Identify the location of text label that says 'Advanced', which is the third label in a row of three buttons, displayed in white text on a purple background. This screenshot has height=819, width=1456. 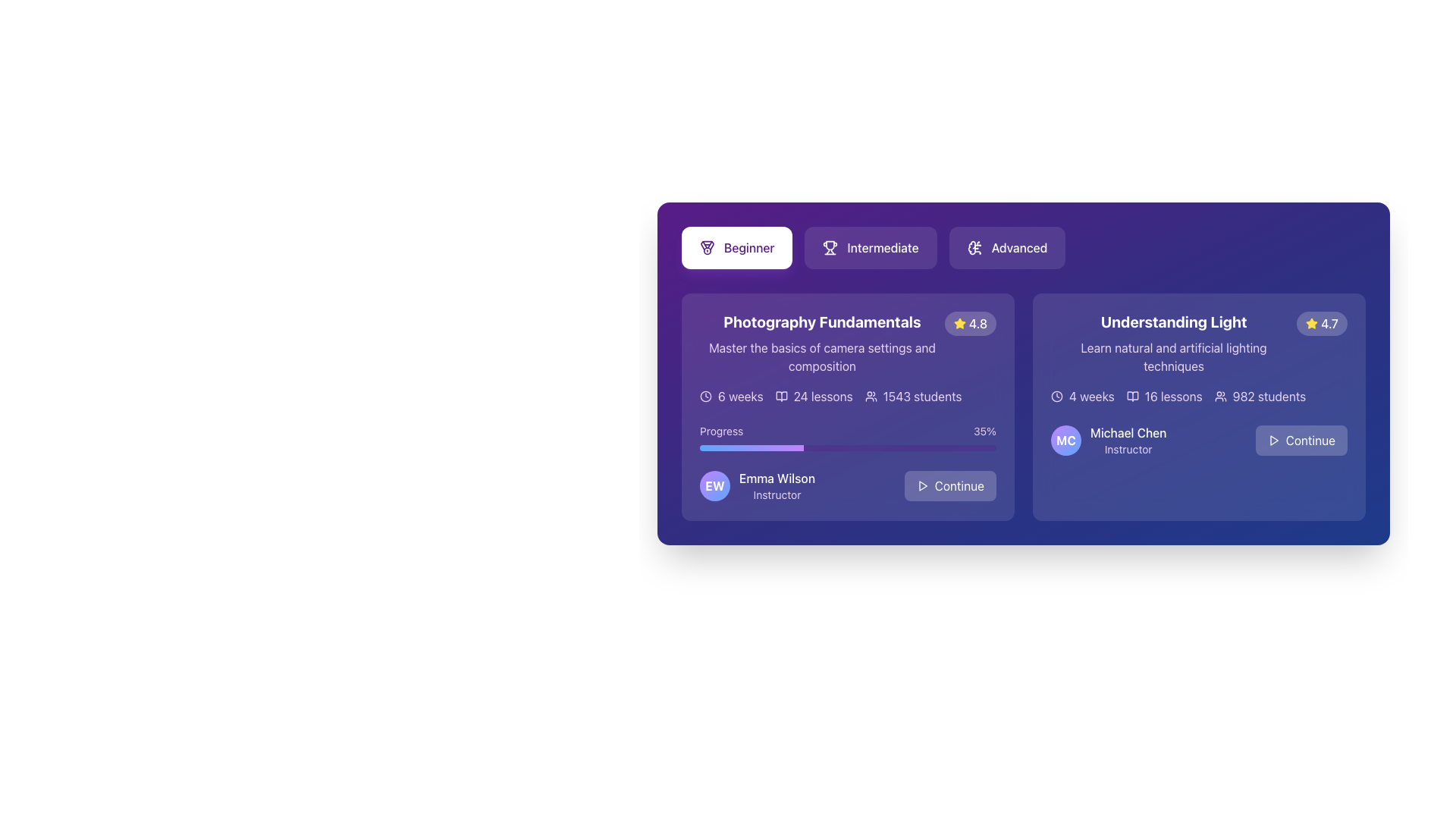
(1019, 247).